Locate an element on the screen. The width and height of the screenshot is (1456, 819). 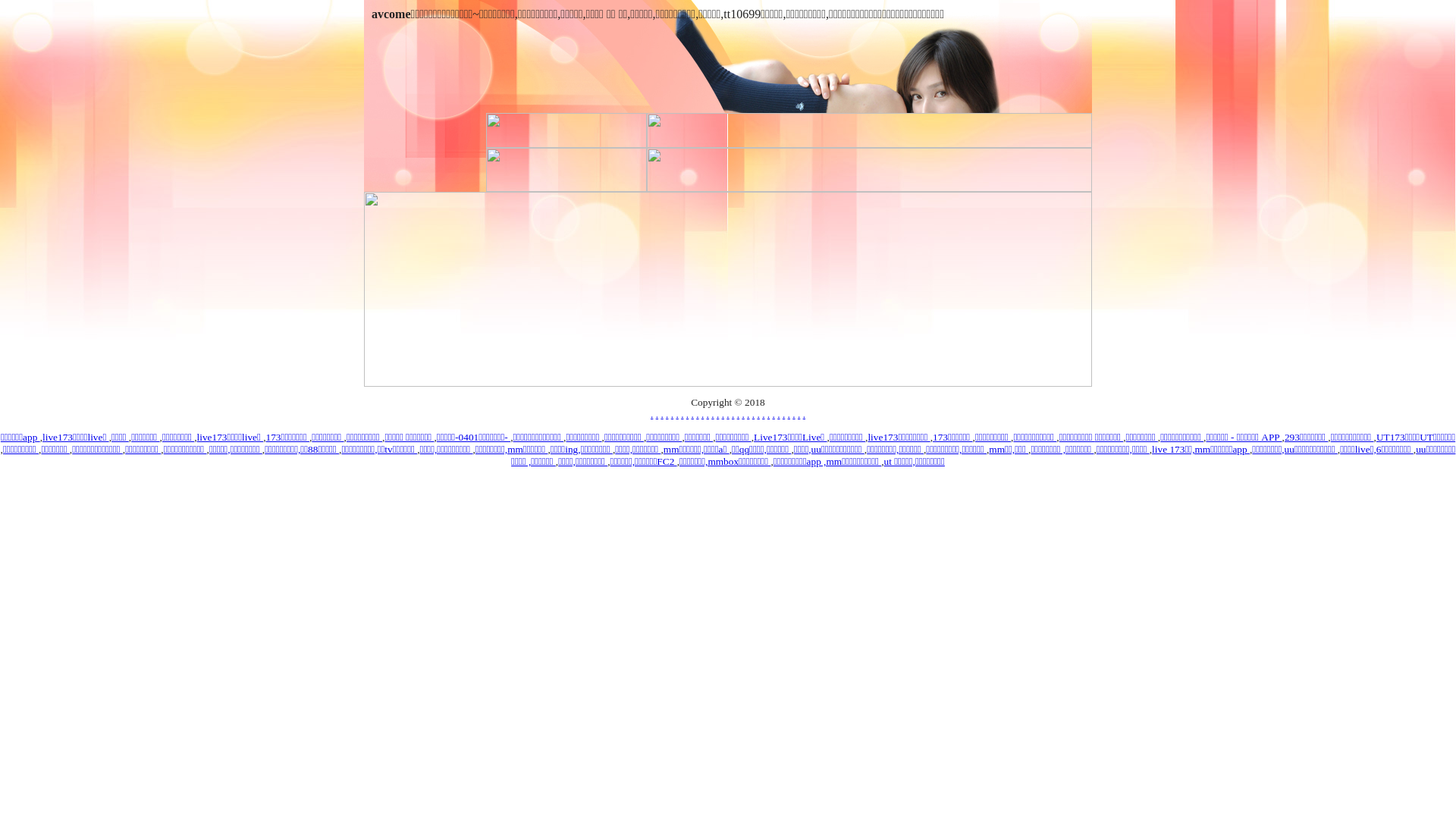
'.' is located at coordinates (726, 414).